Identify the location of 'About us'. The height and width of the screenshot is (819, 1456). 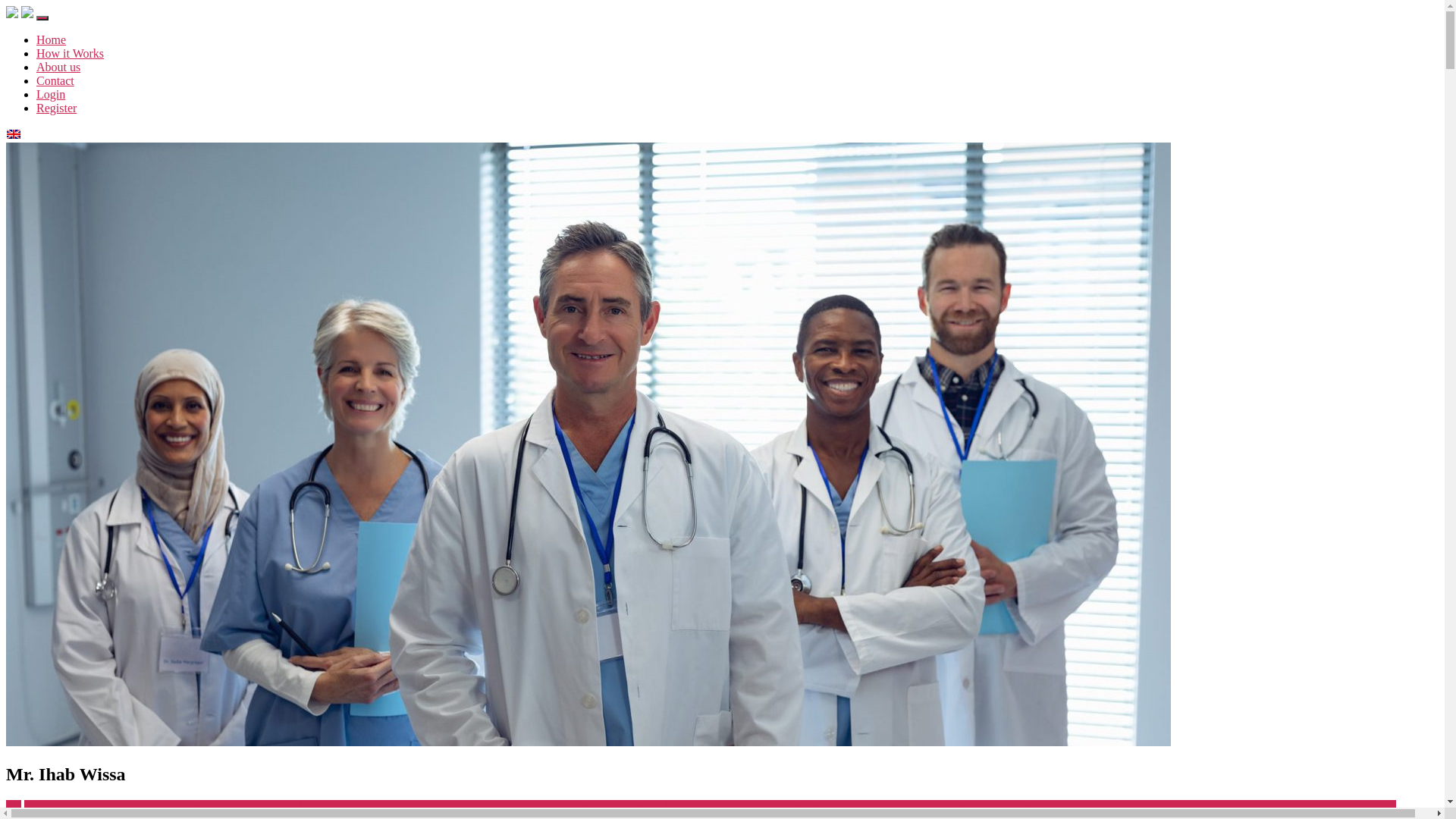
(58, 66).